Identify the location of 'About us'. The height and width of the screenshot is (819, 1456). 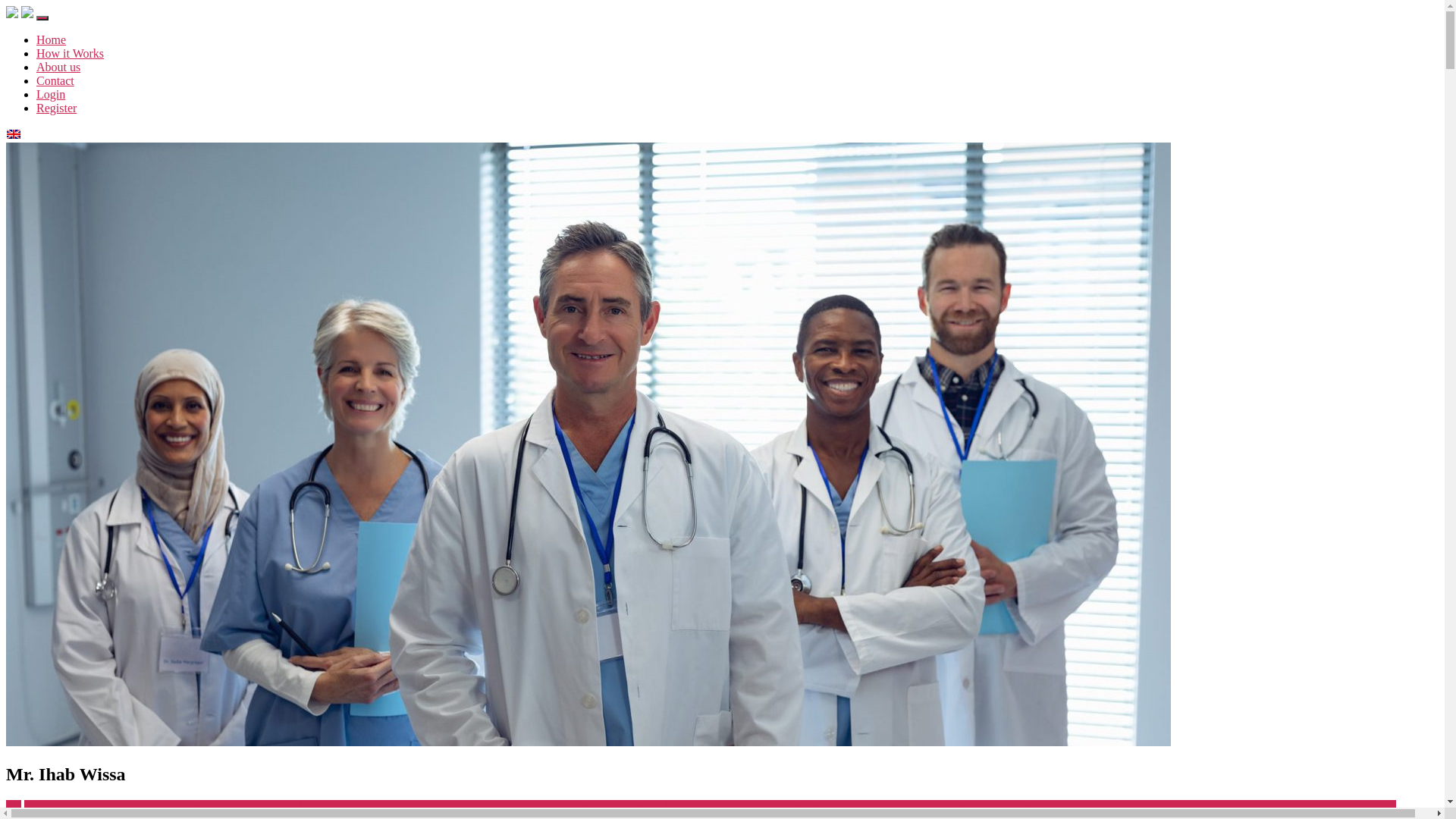
(58, 66).